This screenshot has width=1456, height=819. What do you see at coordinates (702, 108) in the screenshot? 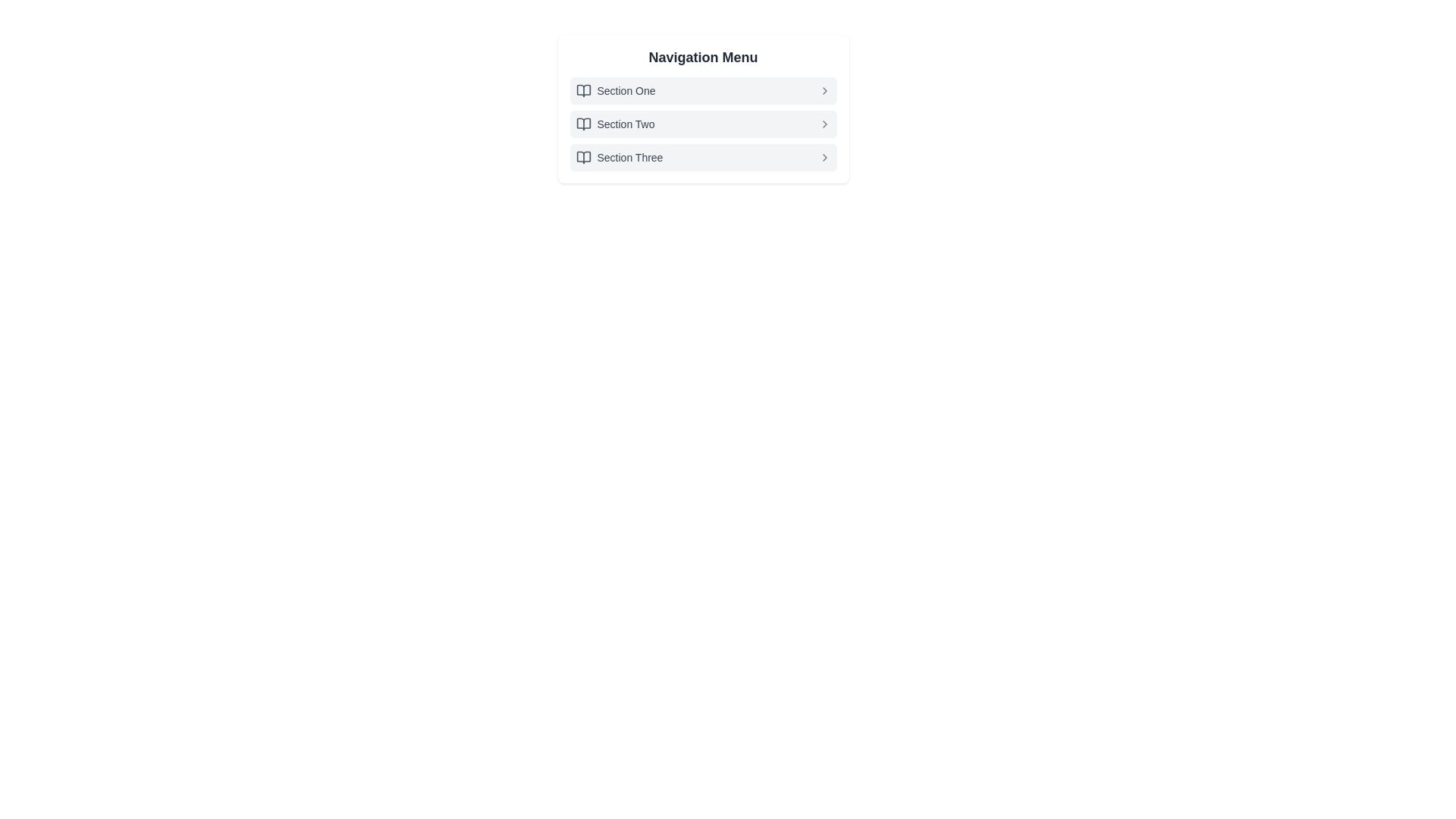
I see `the second entry in the Navigation Menu` at bounding box center [702, 108].